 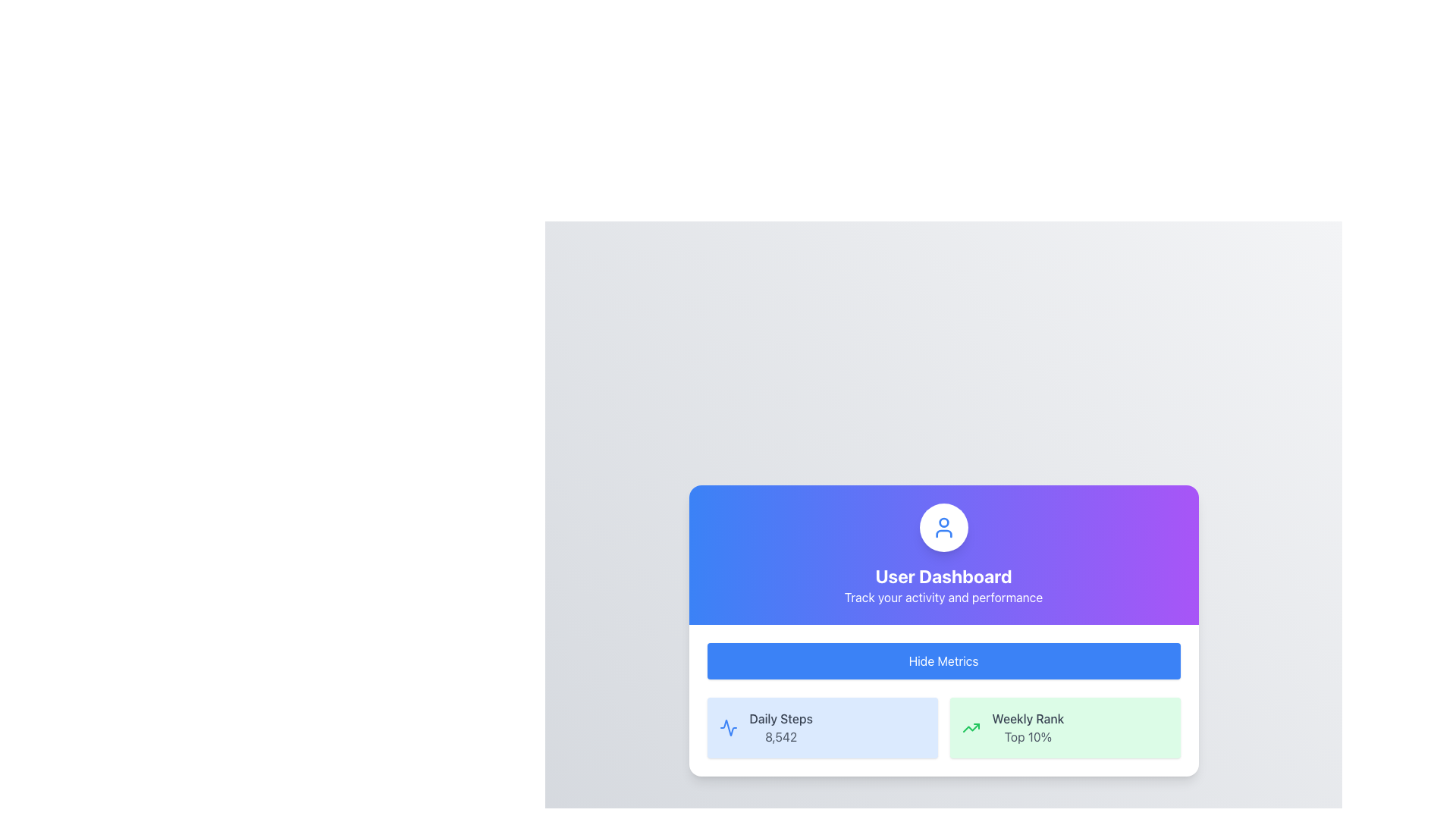 I want to click on the information cards in the Interactive dashboard panel, so click(x=943, y=631).